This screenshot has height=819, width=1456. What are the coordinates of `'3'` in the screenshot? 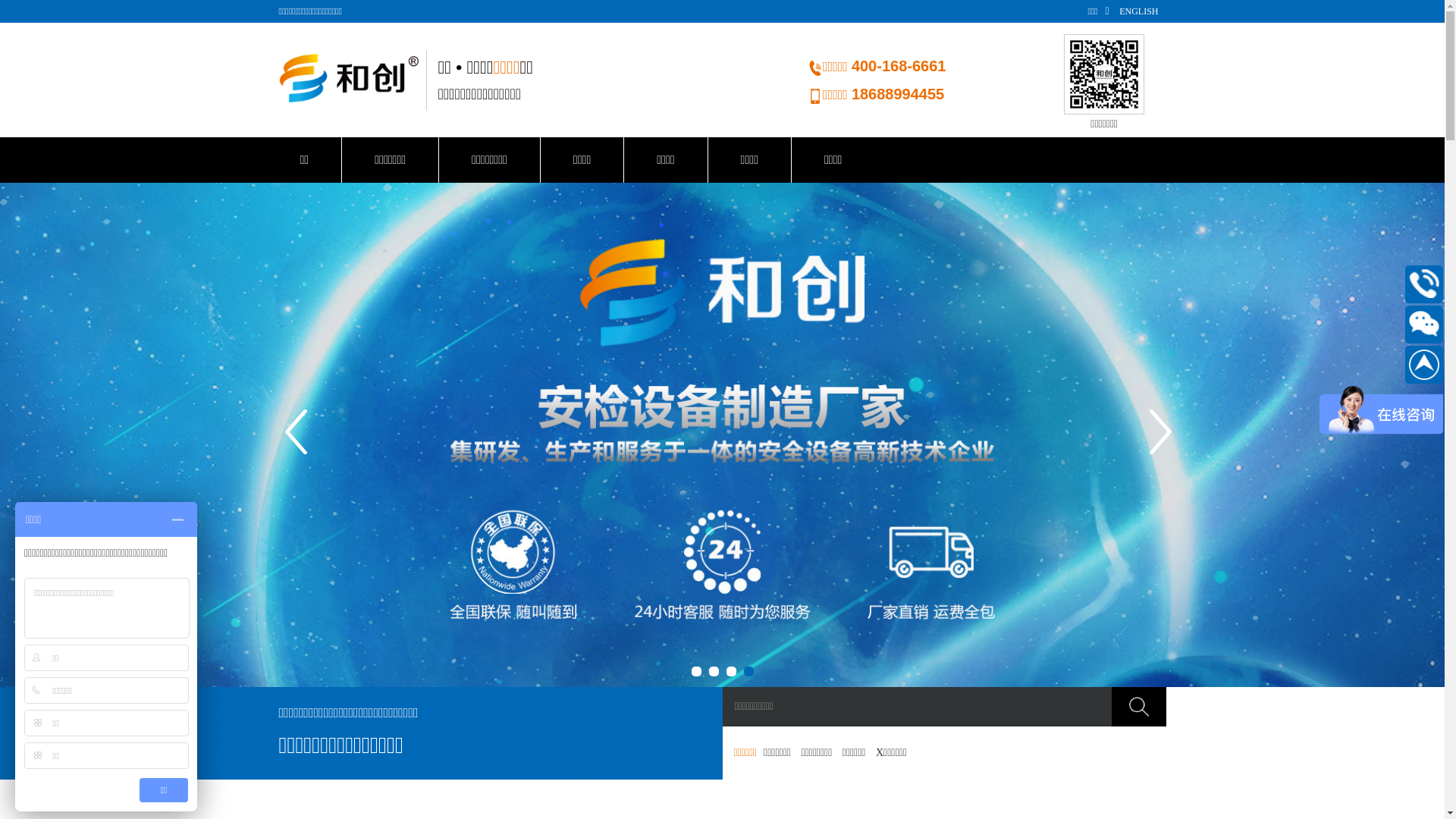 It's located at (731, 670).